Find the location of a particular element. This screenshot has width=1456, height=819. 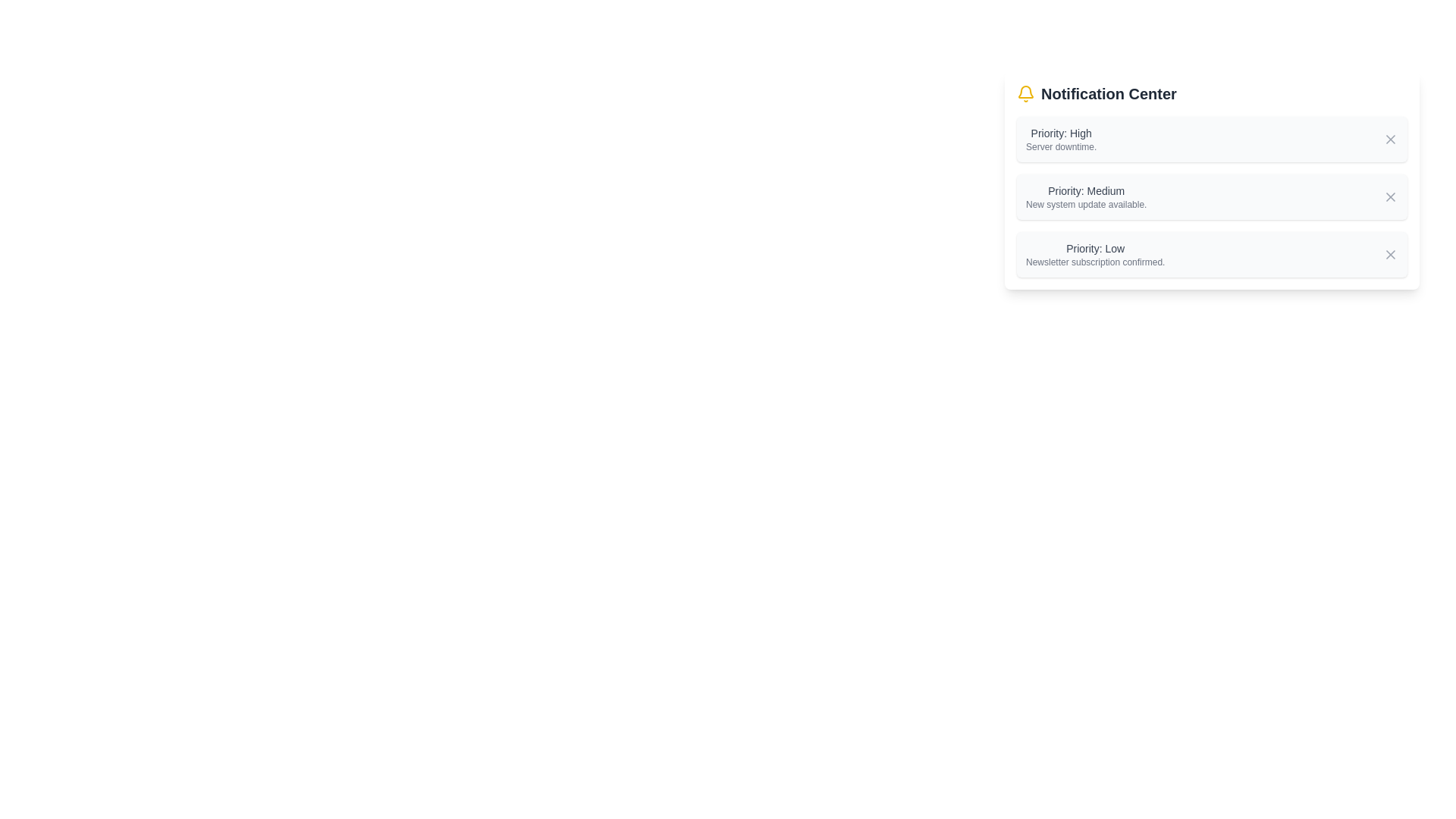

the notification with priority Medium is located at coordinates (1085, 196).